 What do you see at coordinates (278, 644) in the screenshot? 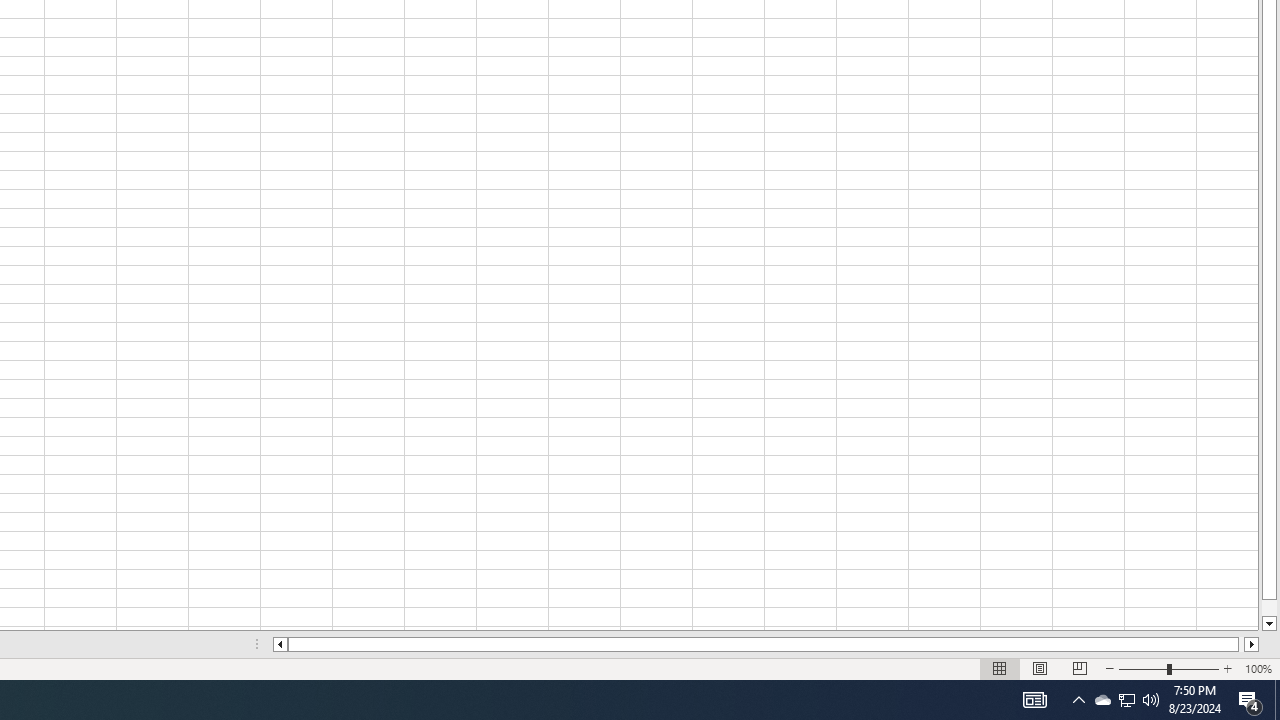
I see `'Column left'` at bounding box center [278, 644].